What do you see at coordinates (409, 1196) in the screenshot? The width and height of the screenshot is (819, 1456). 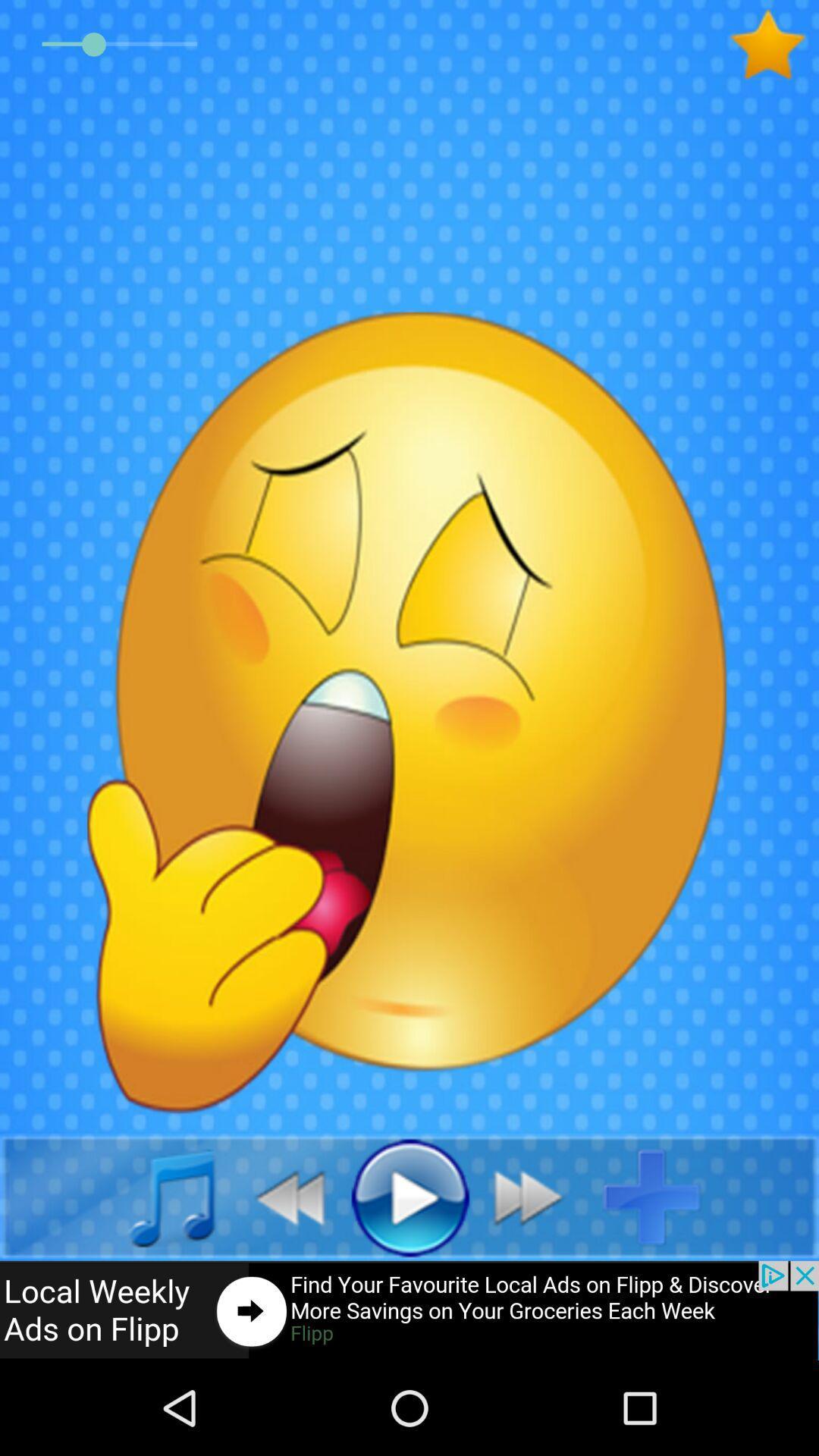 I see `media` at bounding box center [409, 1196].